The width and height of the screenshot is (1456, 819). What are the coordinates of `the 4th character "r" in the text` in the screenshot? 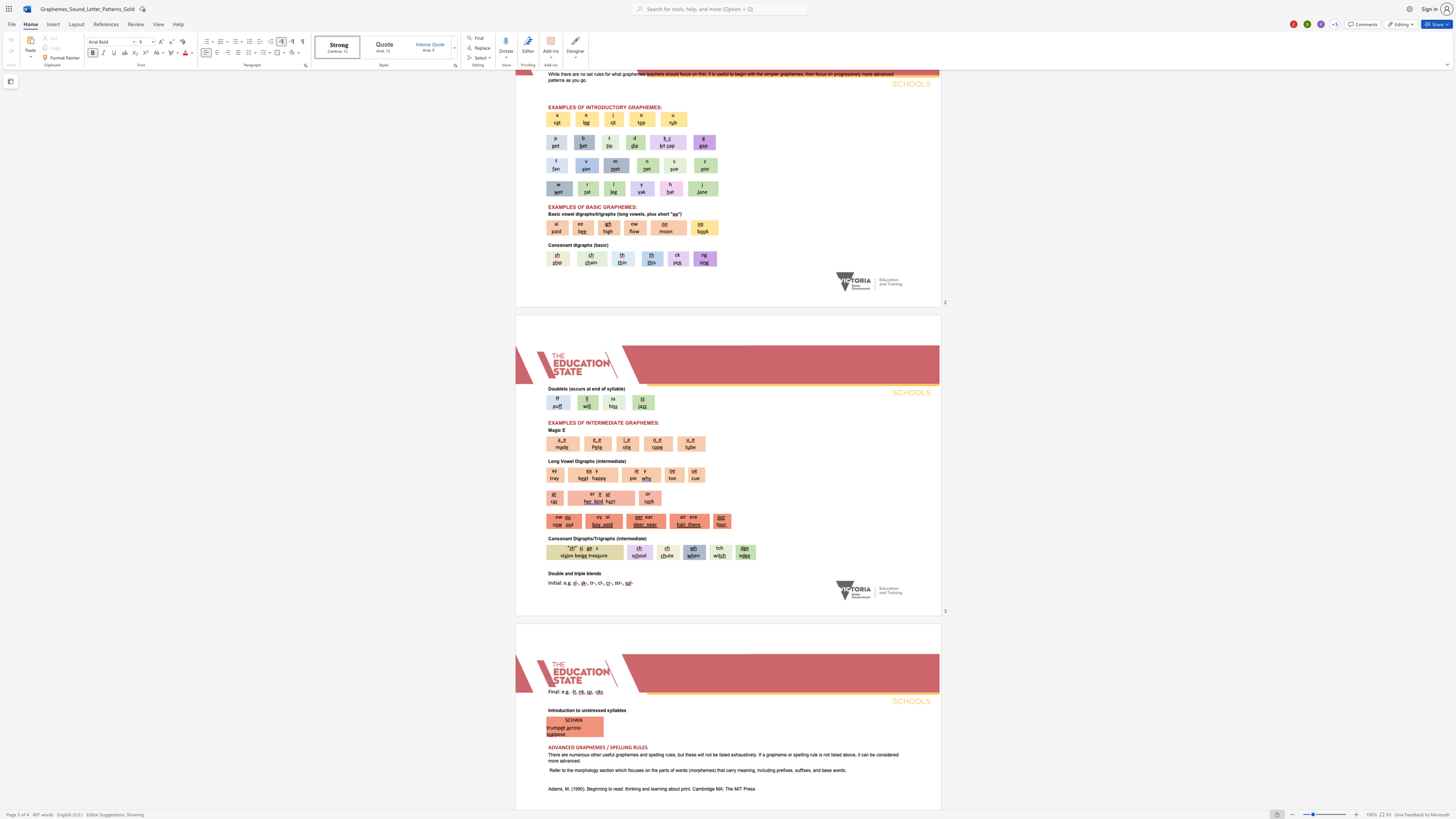 It's located at (626, 538).